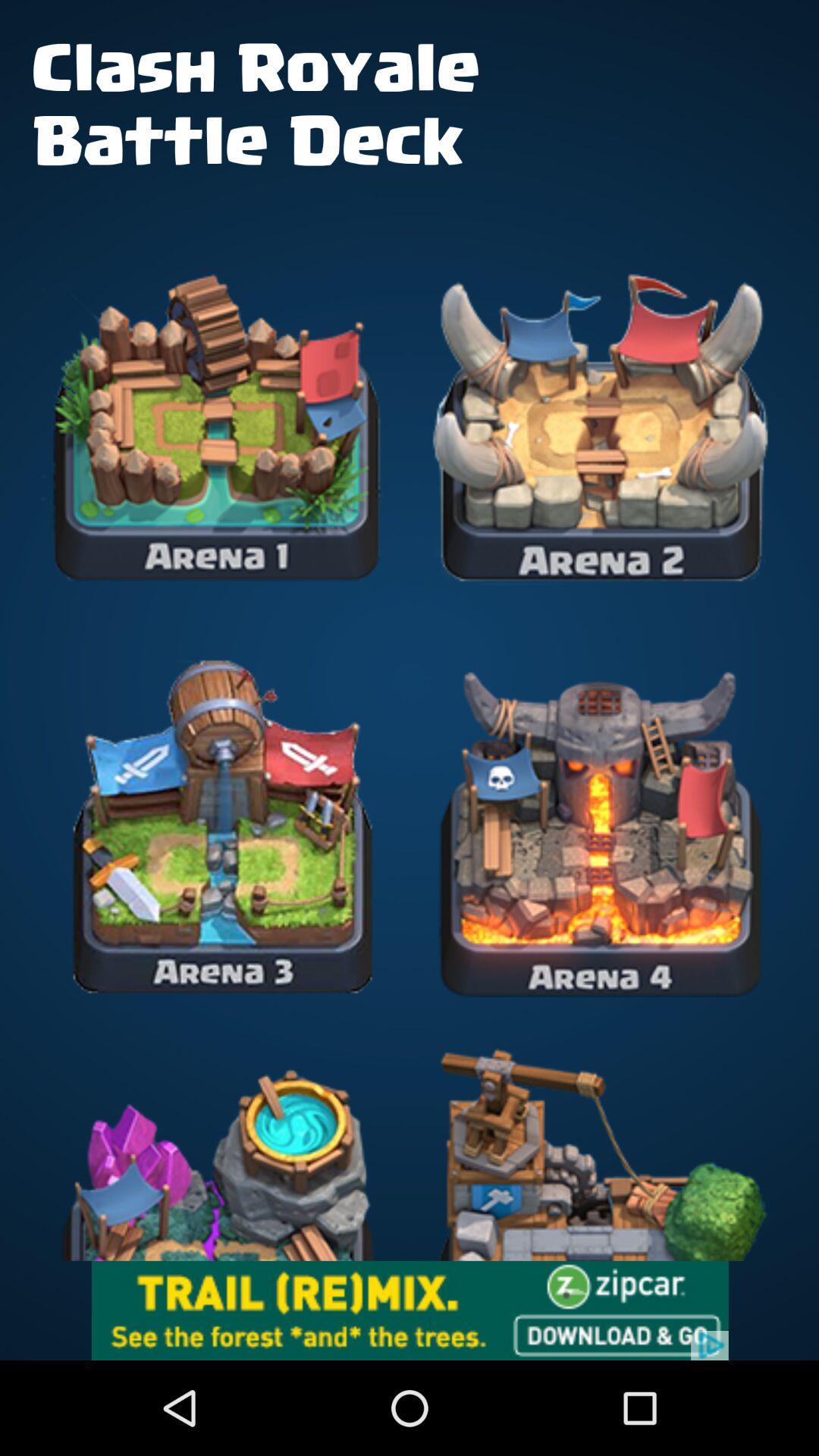  What do you see at coordinates (409, 1310) in the screenshot?
I see `advertise banner` at bounding box center [409, 1310].